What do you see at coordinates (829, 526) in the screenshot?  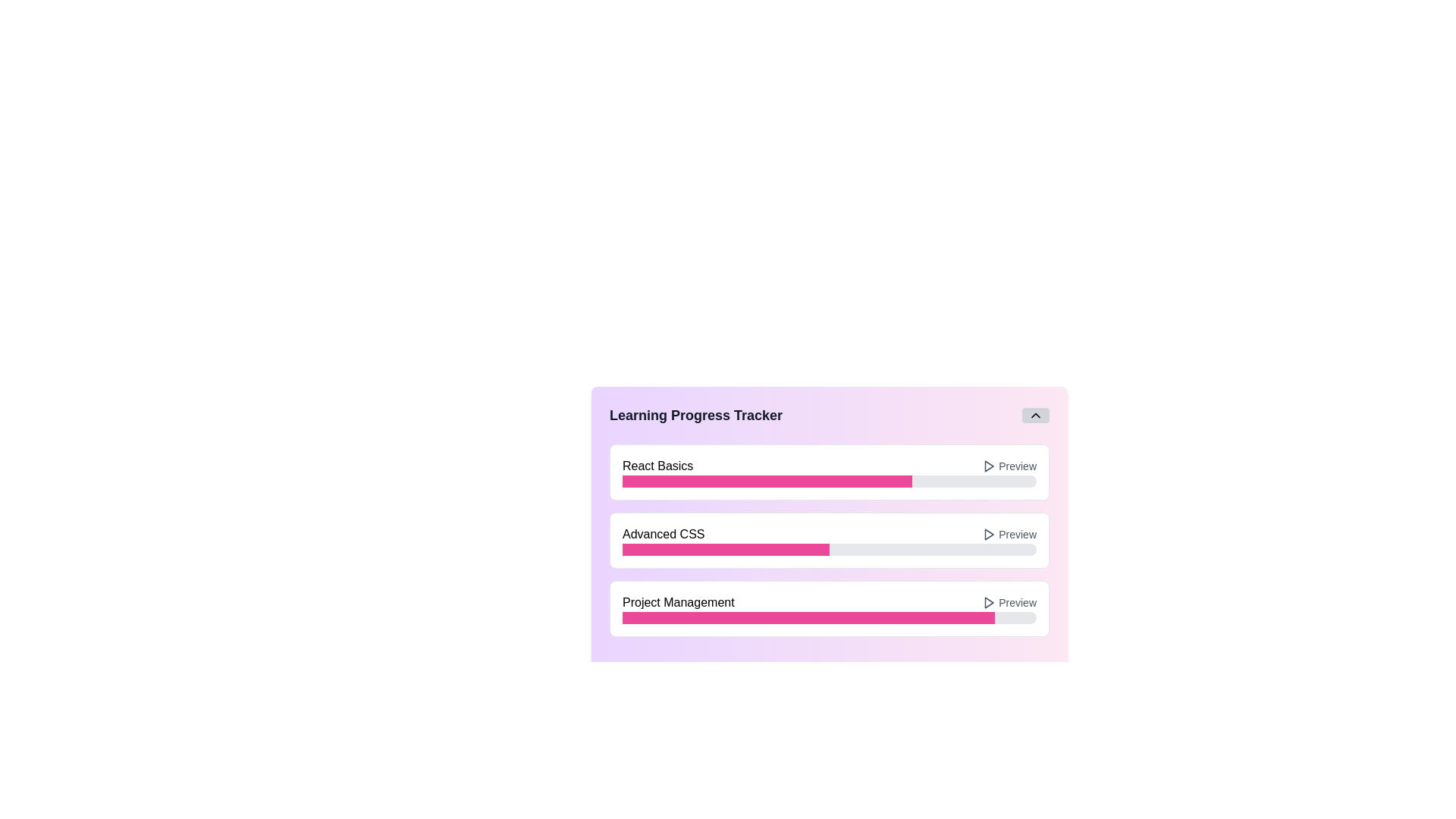 I see `the progress bar section of the Progress tracker with navigation located in the 'Learning Progress Tracker' panel` at bounding box center [829, 526].